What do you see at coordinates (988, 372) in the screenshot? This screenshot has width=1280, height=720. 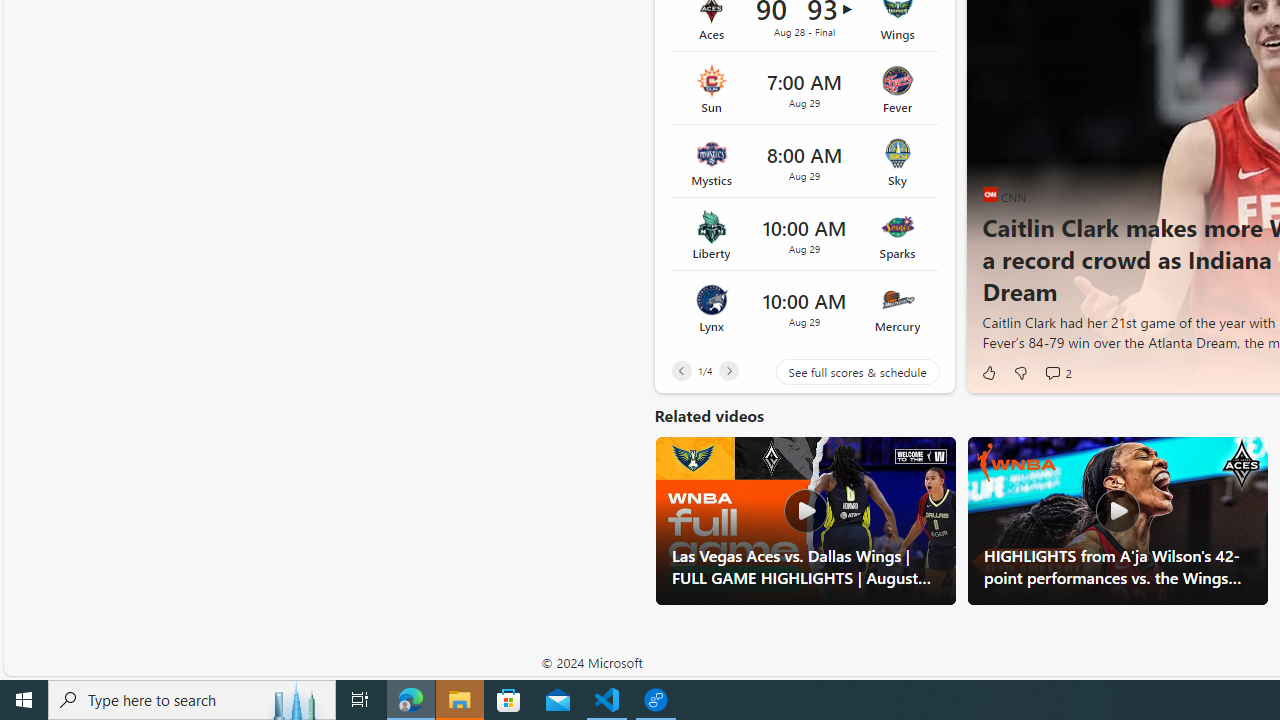 I see `'Like'` at bounding box center [988, 372].